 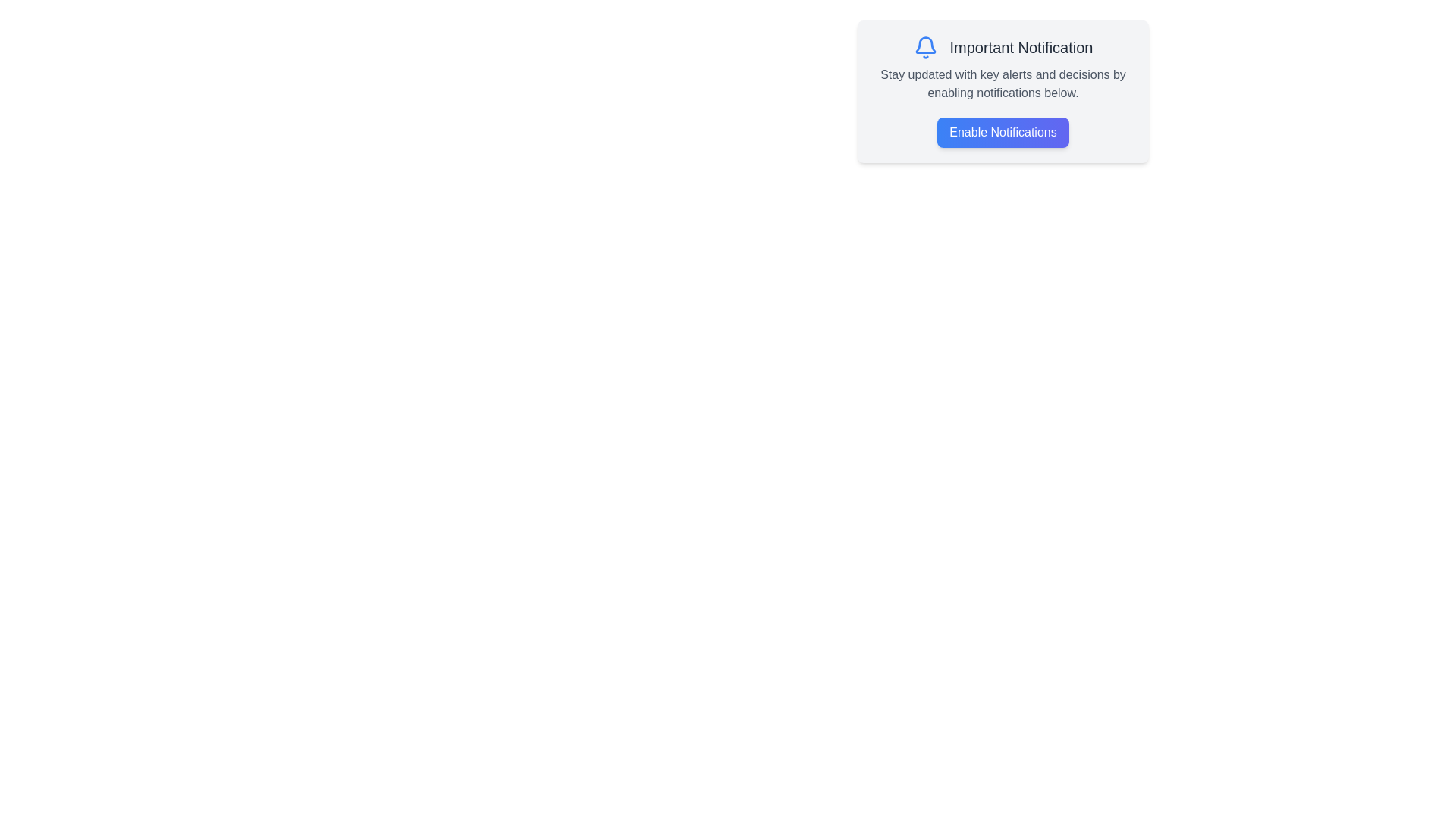 What do you see at coordinates (1003, 131) in the screenshot?
I see `the 'Enable Notifications' button, which is styled with a gradient background and white text` at bounding box center [1003, 131].